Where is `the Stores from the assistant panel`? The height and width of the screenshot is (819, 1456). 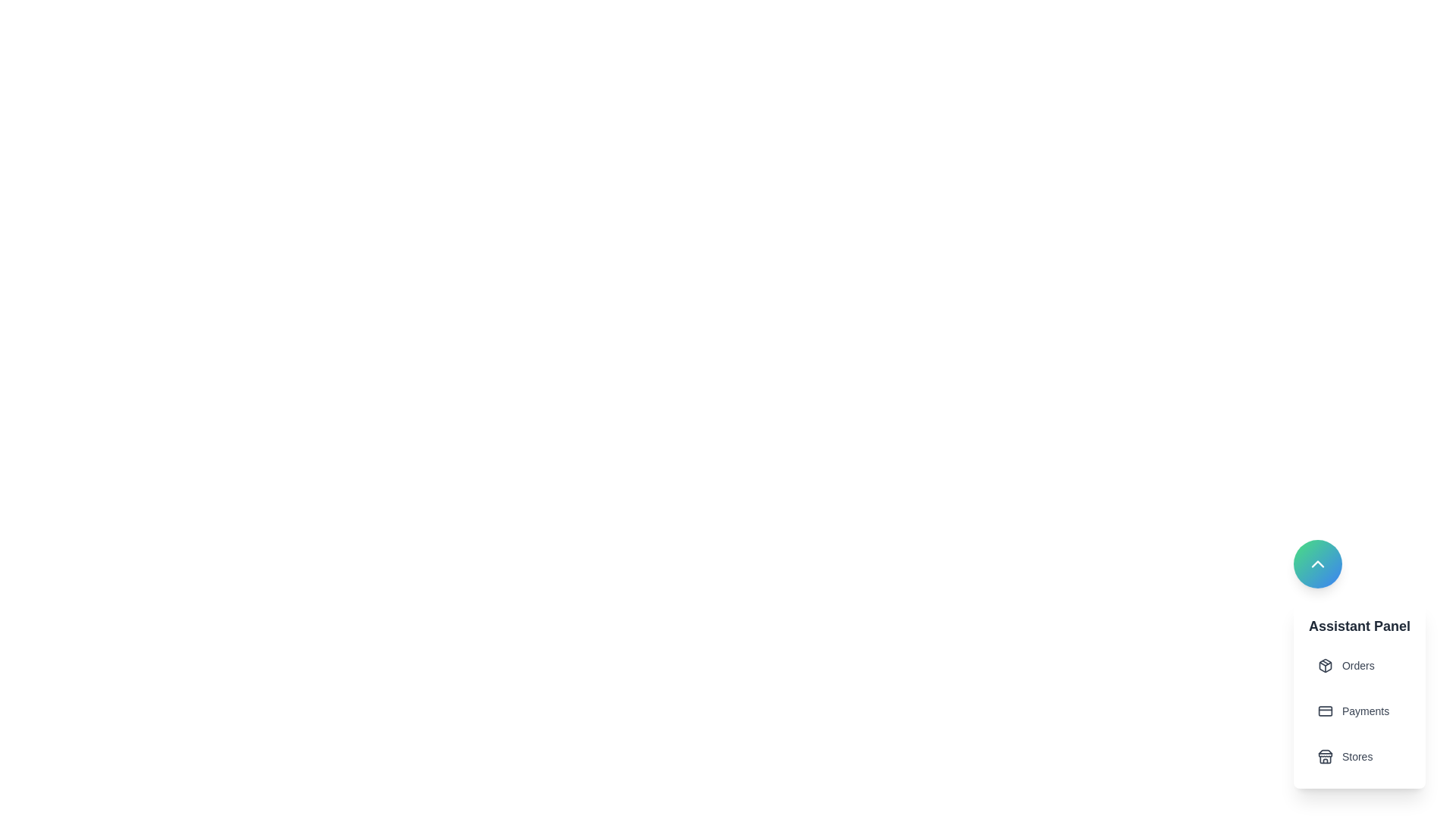
the Stores from the assistant panel is located at coordinates (1359, 757).